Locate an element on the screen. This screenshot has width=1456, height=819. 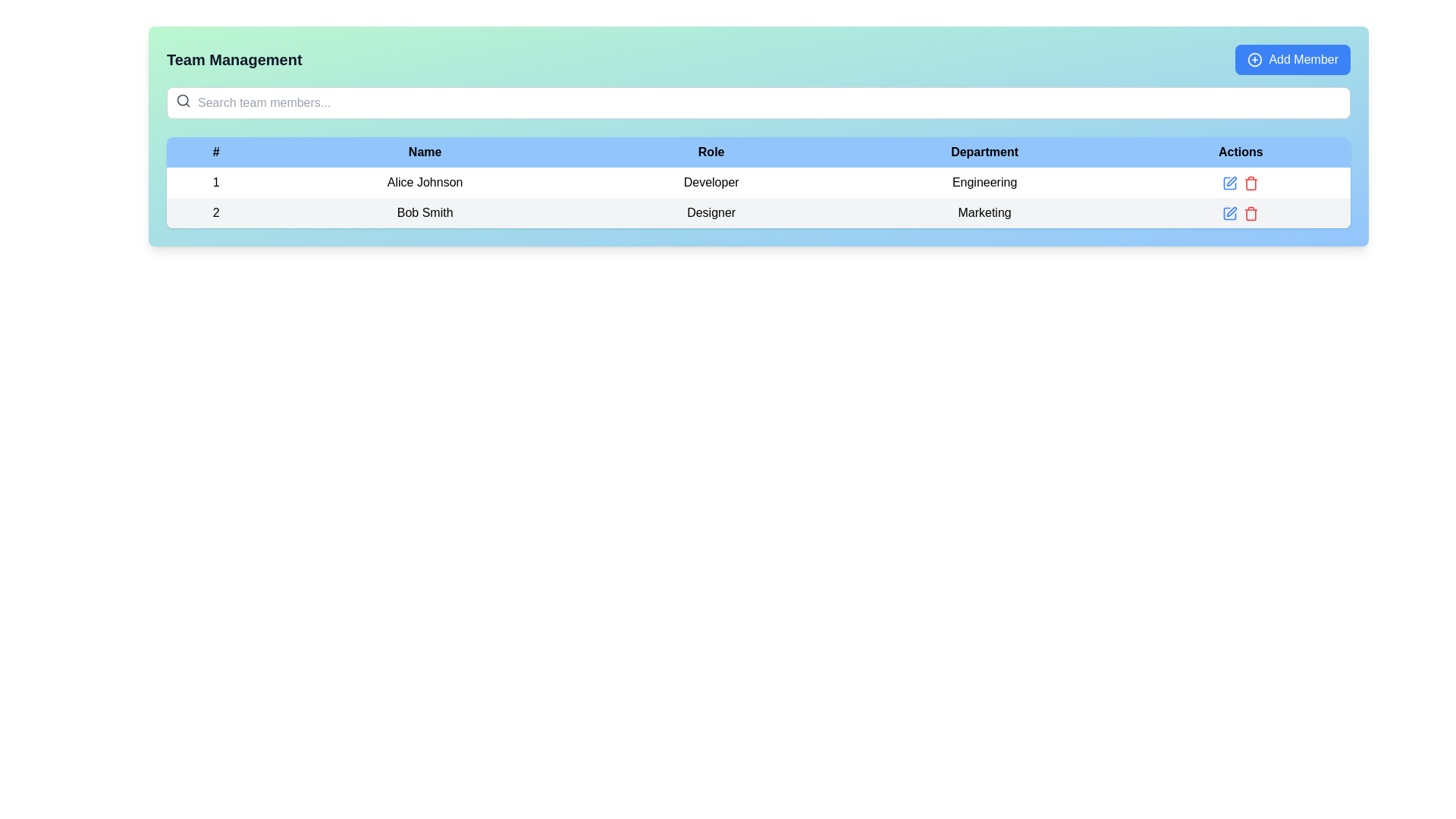
the circular icon featuring a plus symbol, which is part of the 'Add Member' button located in the top-right corner of the interface is located at coordinates (1255, 58).